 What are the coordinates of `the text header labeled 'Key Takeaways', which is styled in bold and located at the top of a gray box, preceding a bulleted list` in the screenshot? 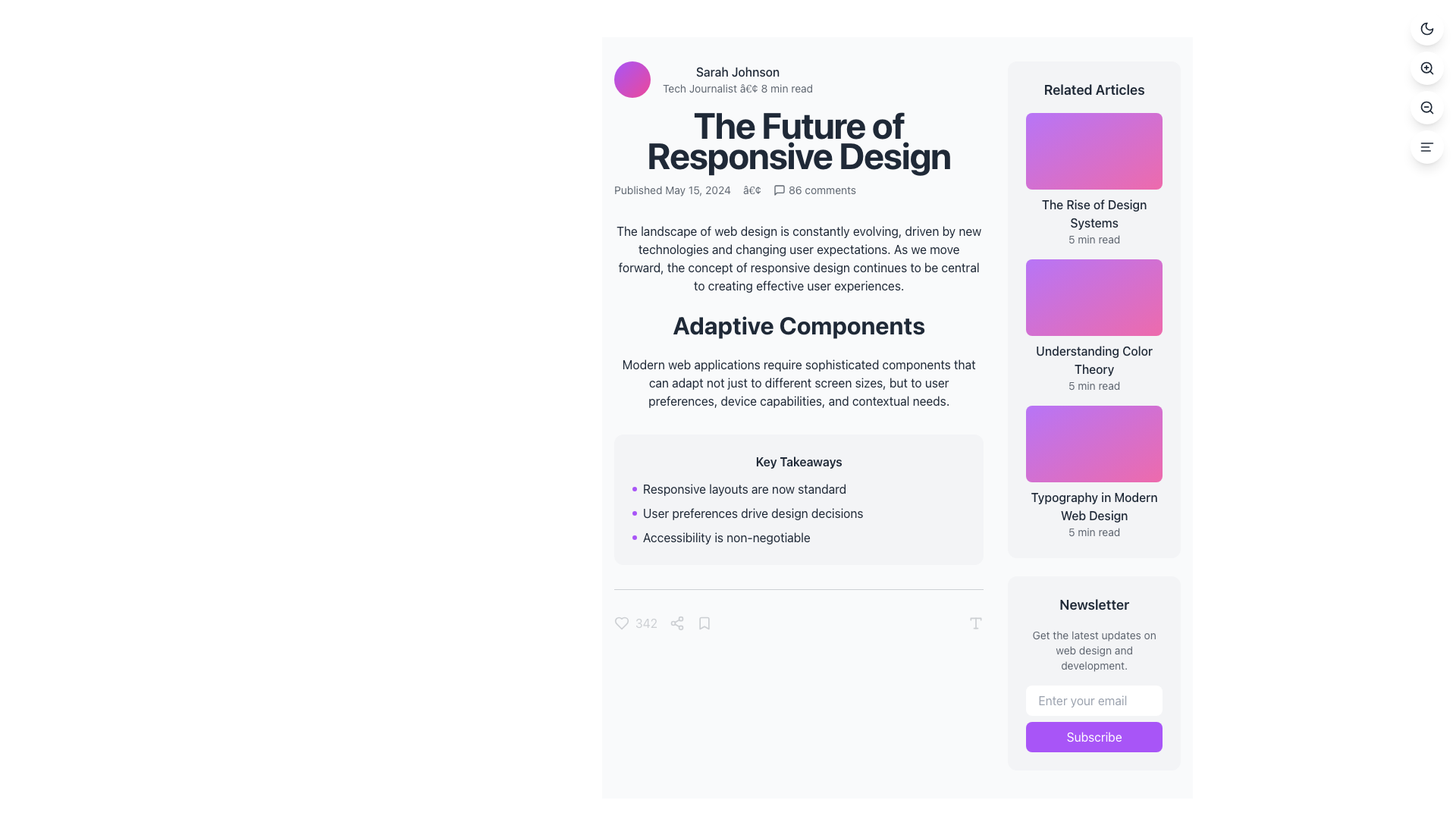 It's located at (798, 461).